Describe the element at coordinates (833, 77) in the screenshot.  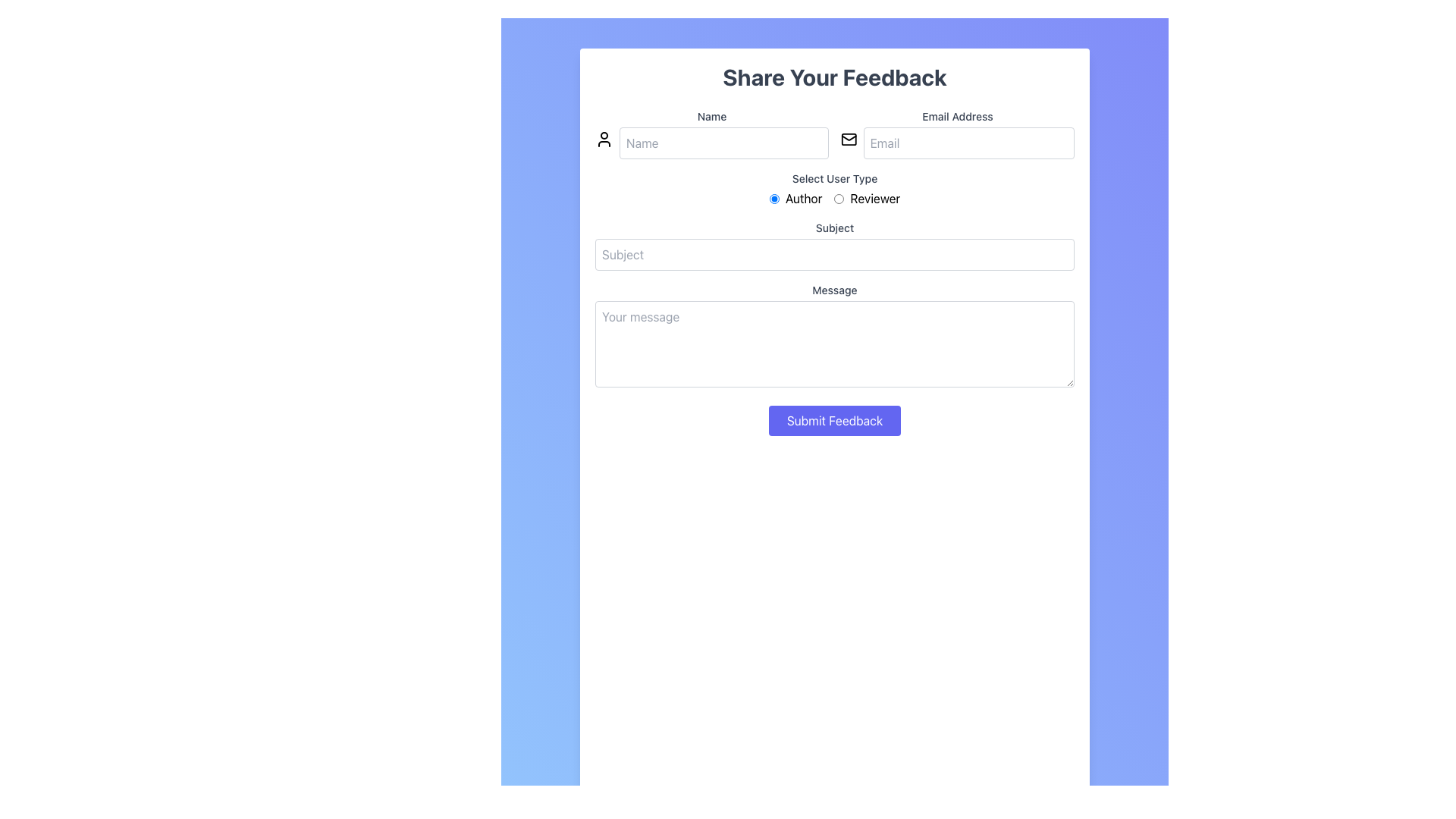
I see `the purpose of the feedback form by clicking on the 'Share Your Feedback' header, which is a bold and large text element centrally aligned at the top of the form` at that location.